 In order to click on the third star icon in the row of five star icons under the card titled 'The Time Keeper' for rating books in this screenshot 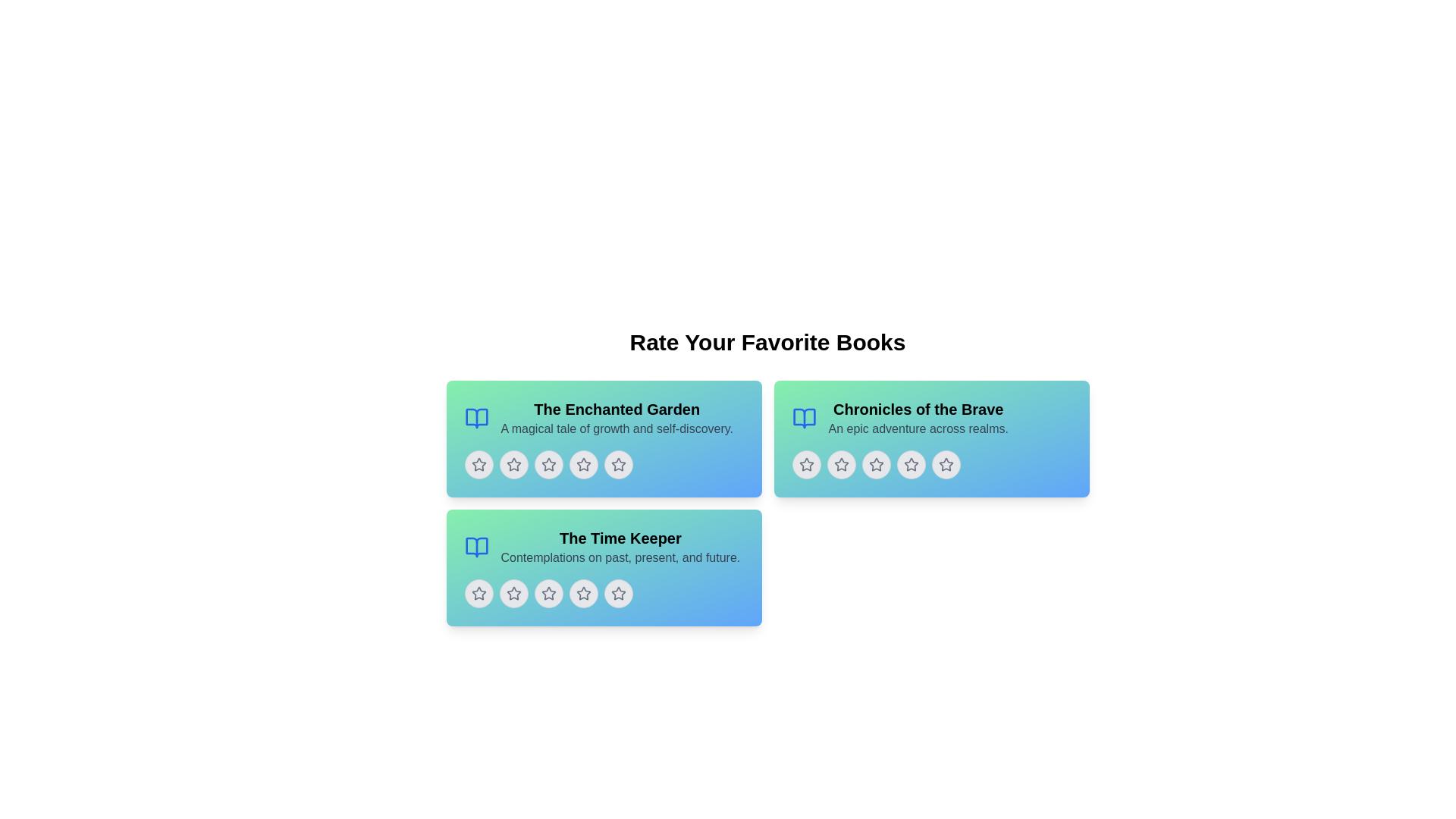, I will do `click(582, 593)`.